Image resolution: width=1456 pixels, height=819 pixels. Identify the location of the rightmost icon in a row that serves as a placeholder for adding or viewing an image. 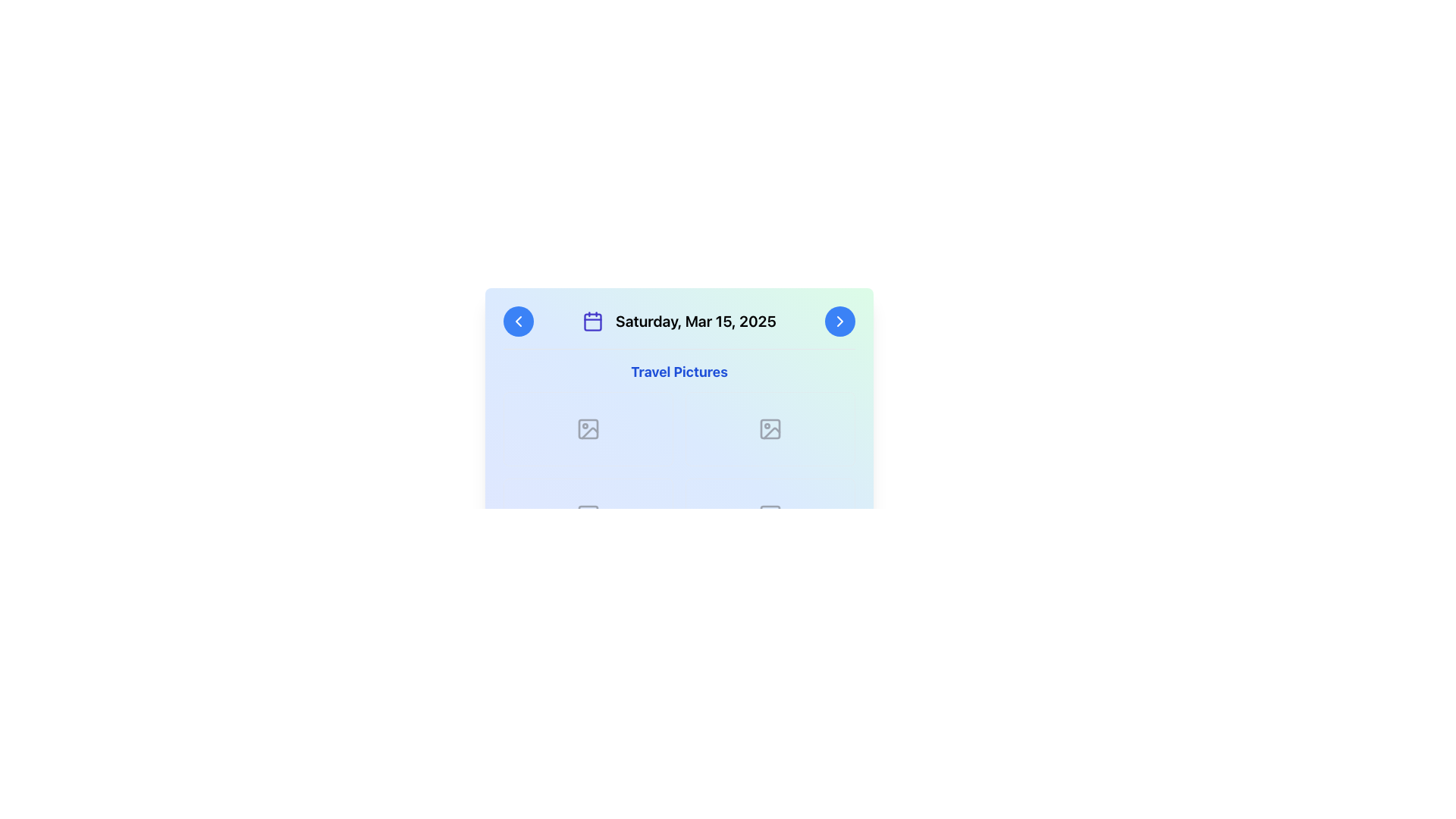
(770, 429).